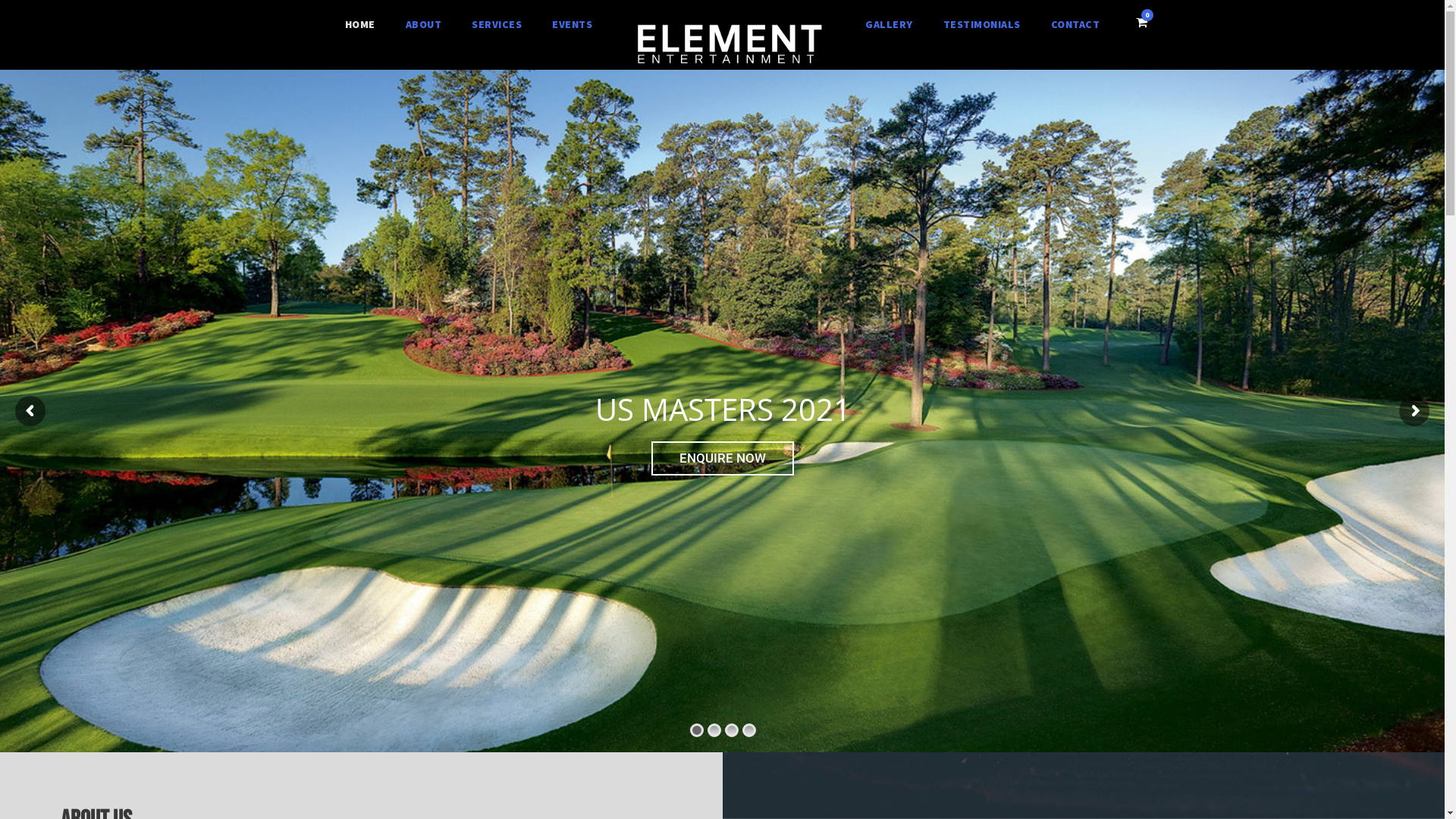 The image size is (1456, 819). Describe the element at coordinates (982, 25) in the screenshot. I see `'TESTIMONIALS'` at that location.